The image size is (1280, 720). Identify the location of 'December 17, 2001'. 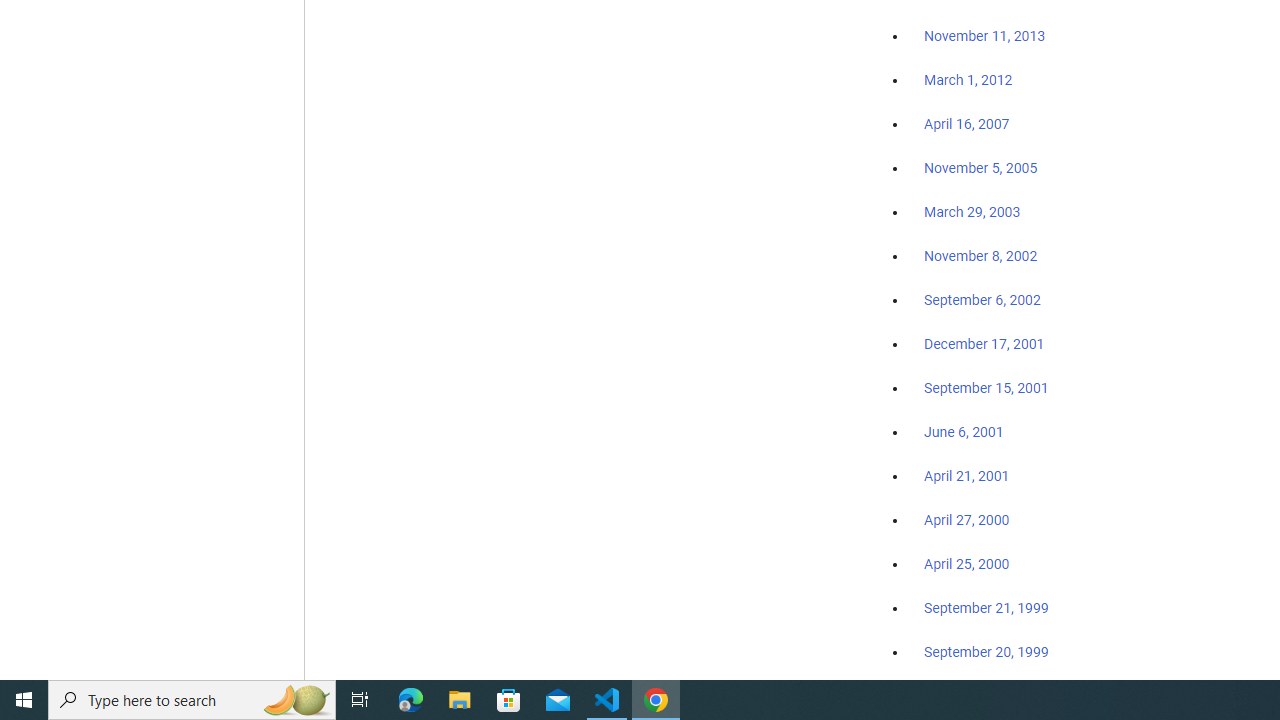
(984, 342).